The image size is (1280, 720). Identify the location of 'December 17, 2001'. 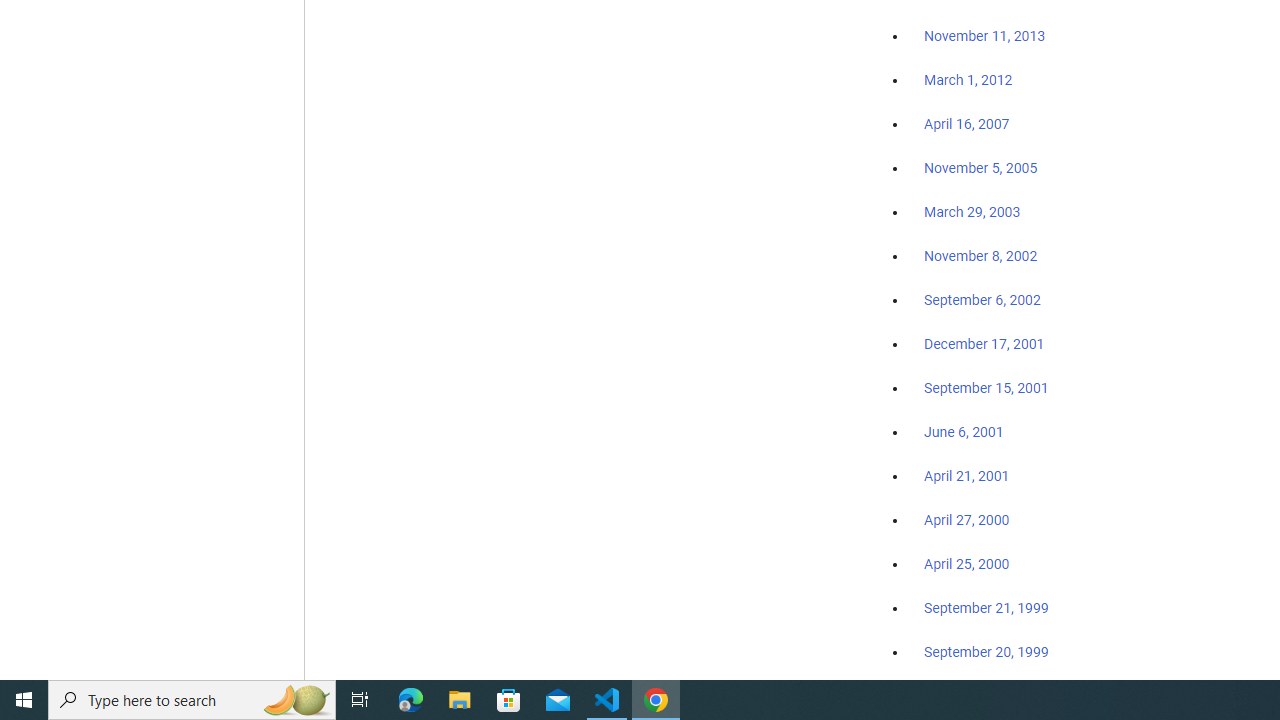
(984, 342).